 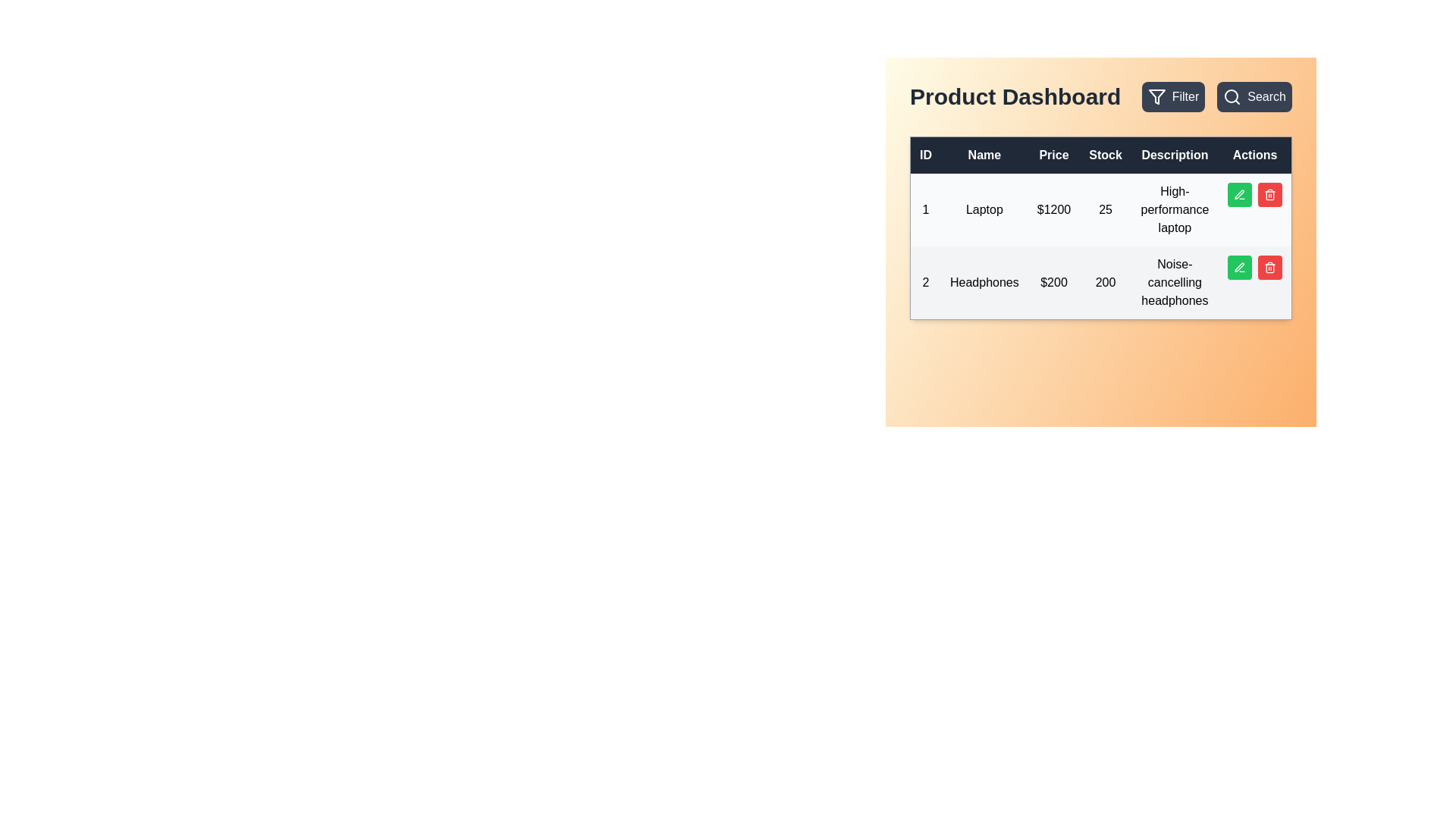 I want to click on the edit icon button, which is a pen symbol located inside a green rectangular button in the 'Actions' column of the table for the item 'Laptop', so click(x=1240, y=194).